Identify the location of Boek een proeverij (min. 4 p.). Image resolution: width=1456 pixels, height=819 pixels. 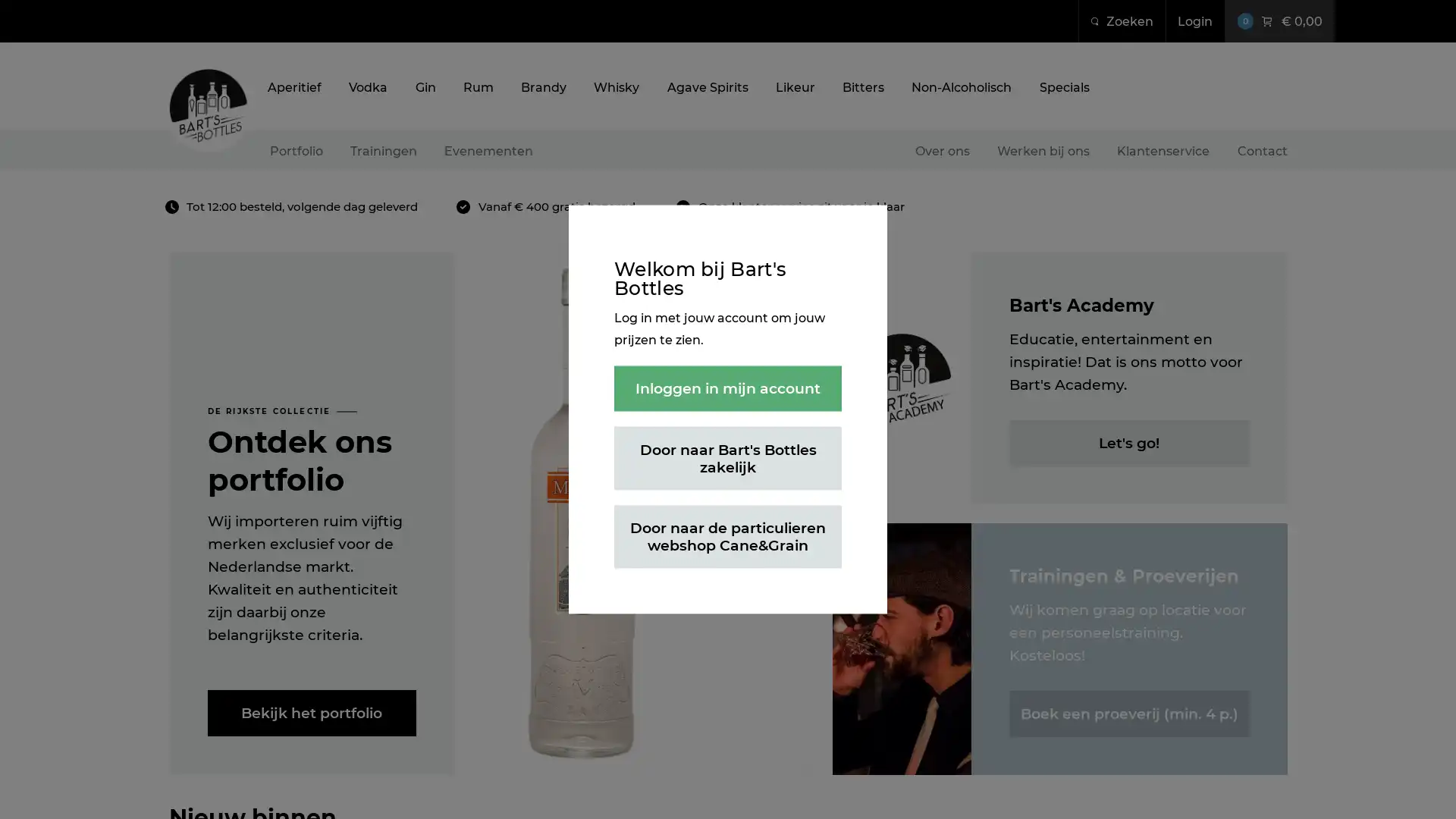
(1128, 714).